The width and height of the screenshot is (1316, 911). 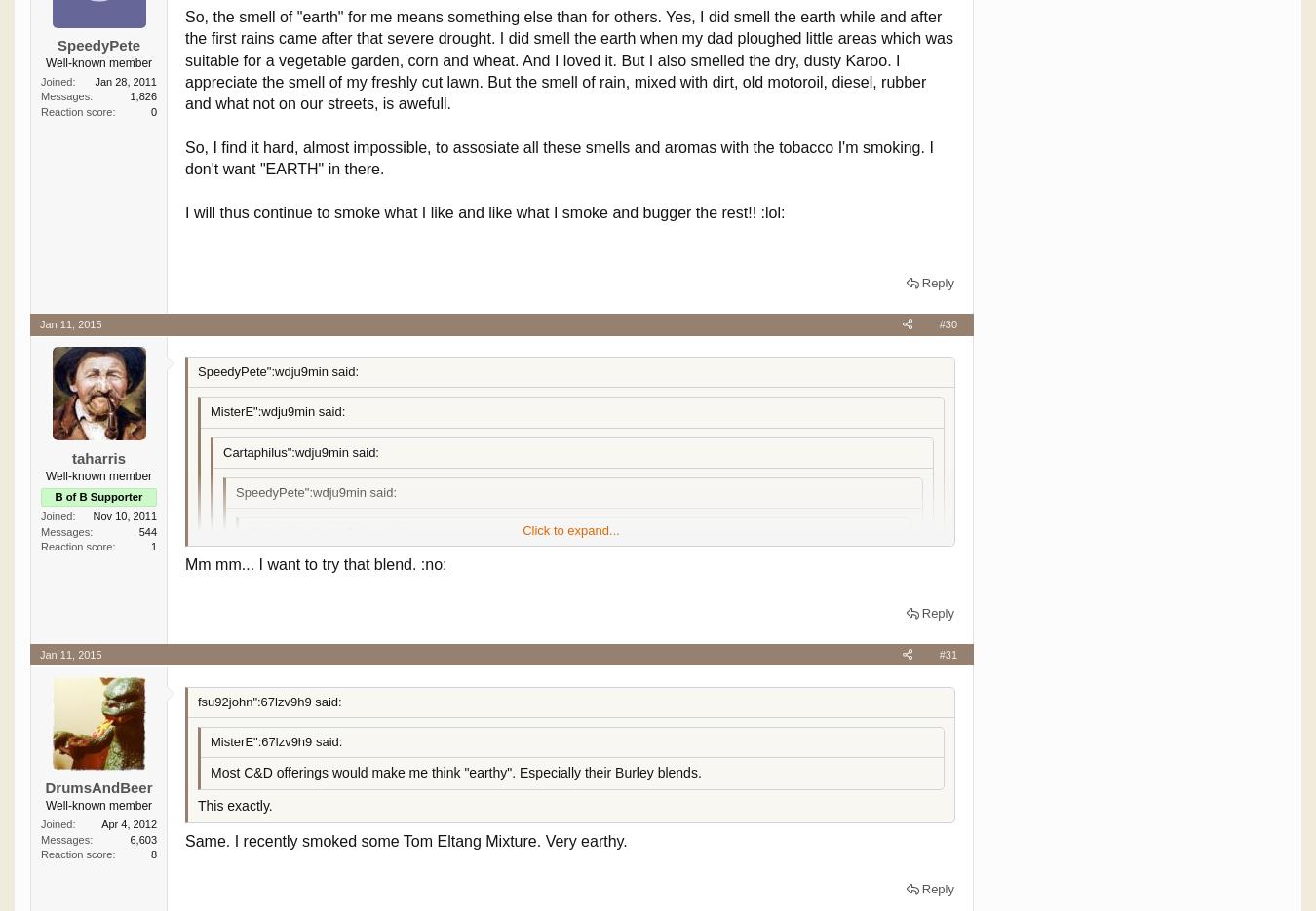 What do you see at coordinates (947, 653) in the screenshot?
I see `'#31'` at bounding box center [947, 653].